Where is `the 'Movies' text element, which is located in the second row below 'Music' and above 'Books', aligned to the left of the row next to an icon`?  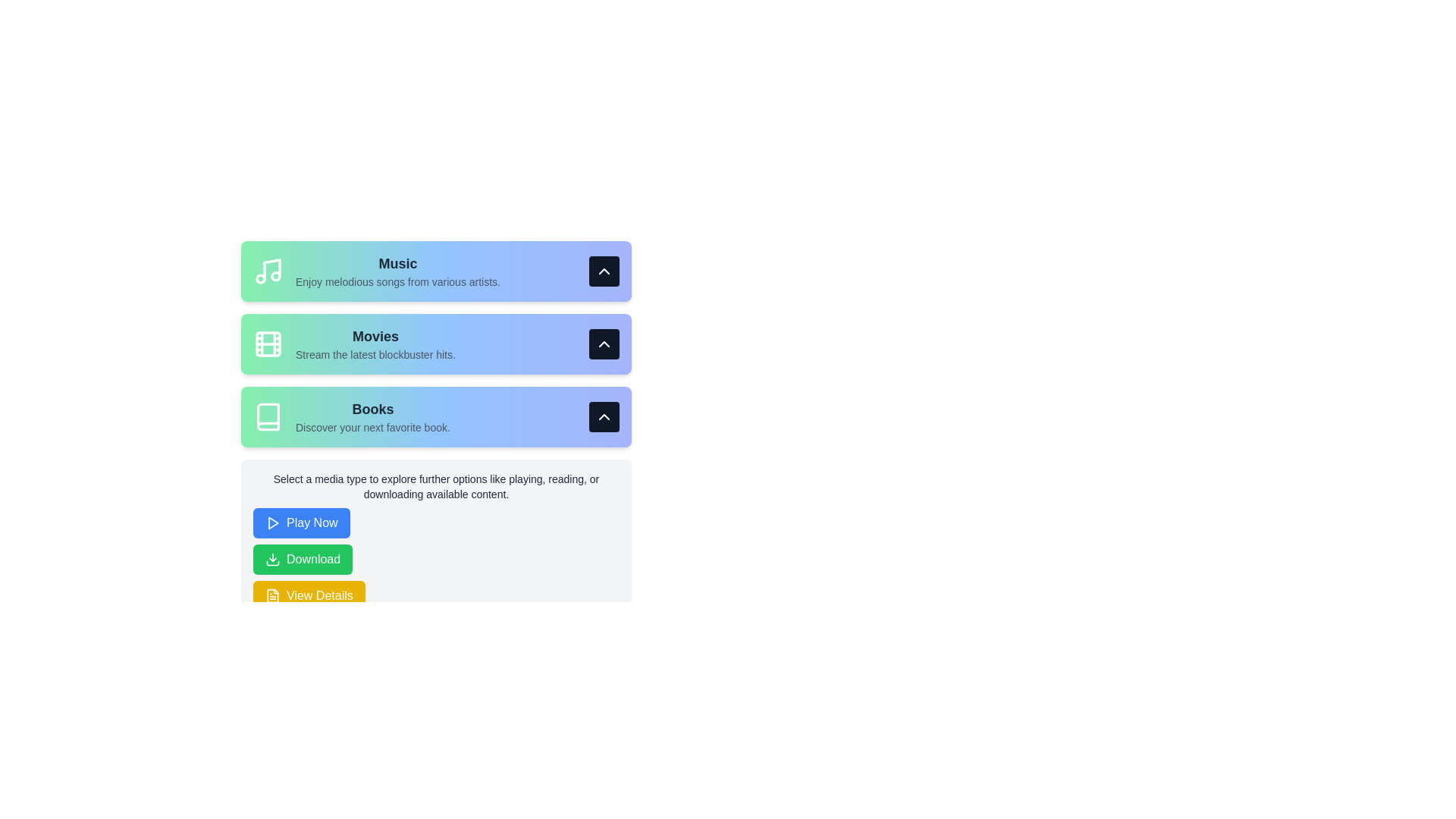
the 'Movies' text element, which is located in the second row below 'Music' and above 'Books', aligned to the left of the row next to an icon is located at coordinates (375, 344).